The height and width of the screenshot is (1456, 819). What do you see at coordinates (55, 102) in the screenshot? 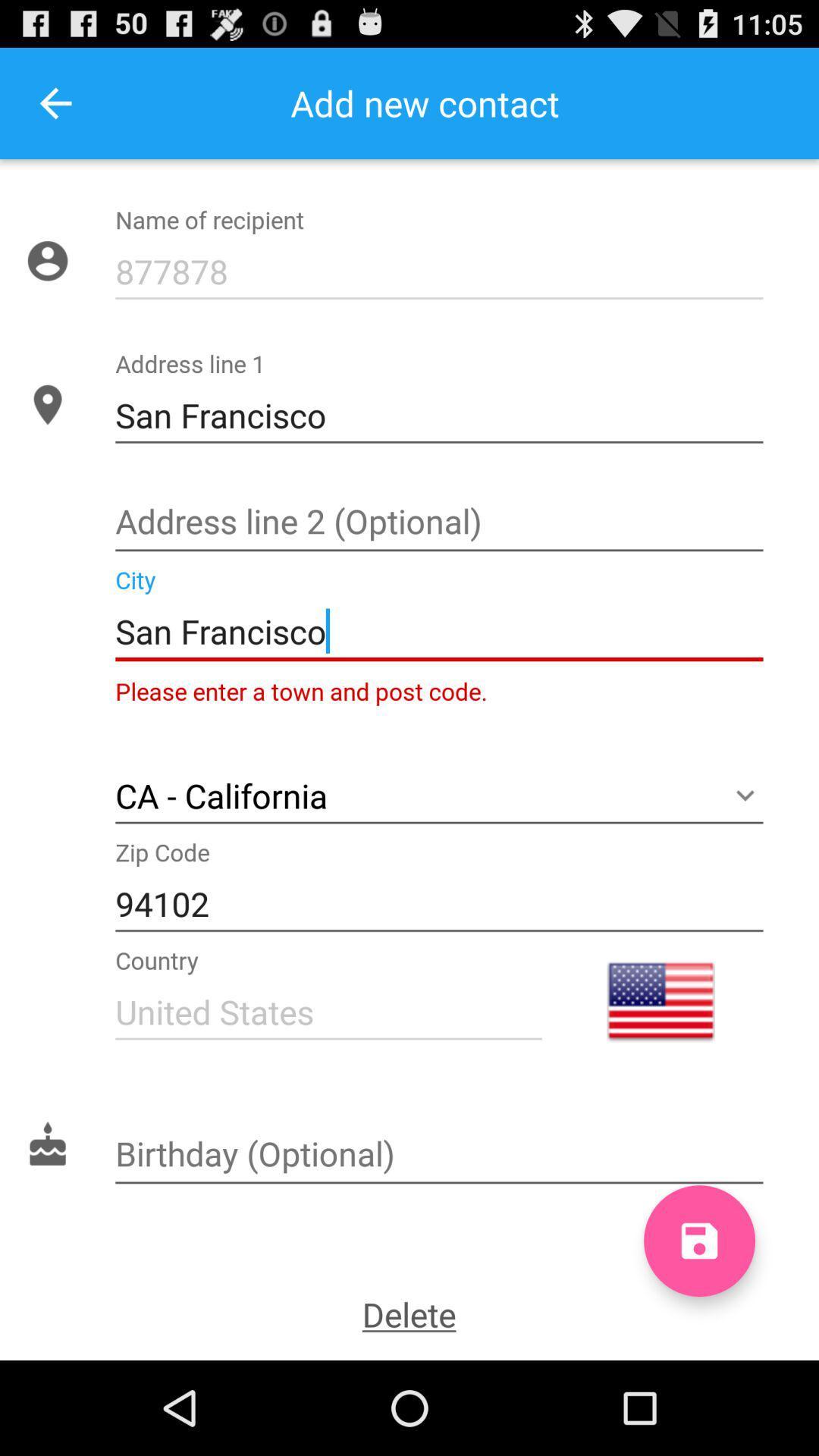
I see `go back` at bounding box center [55, 102].